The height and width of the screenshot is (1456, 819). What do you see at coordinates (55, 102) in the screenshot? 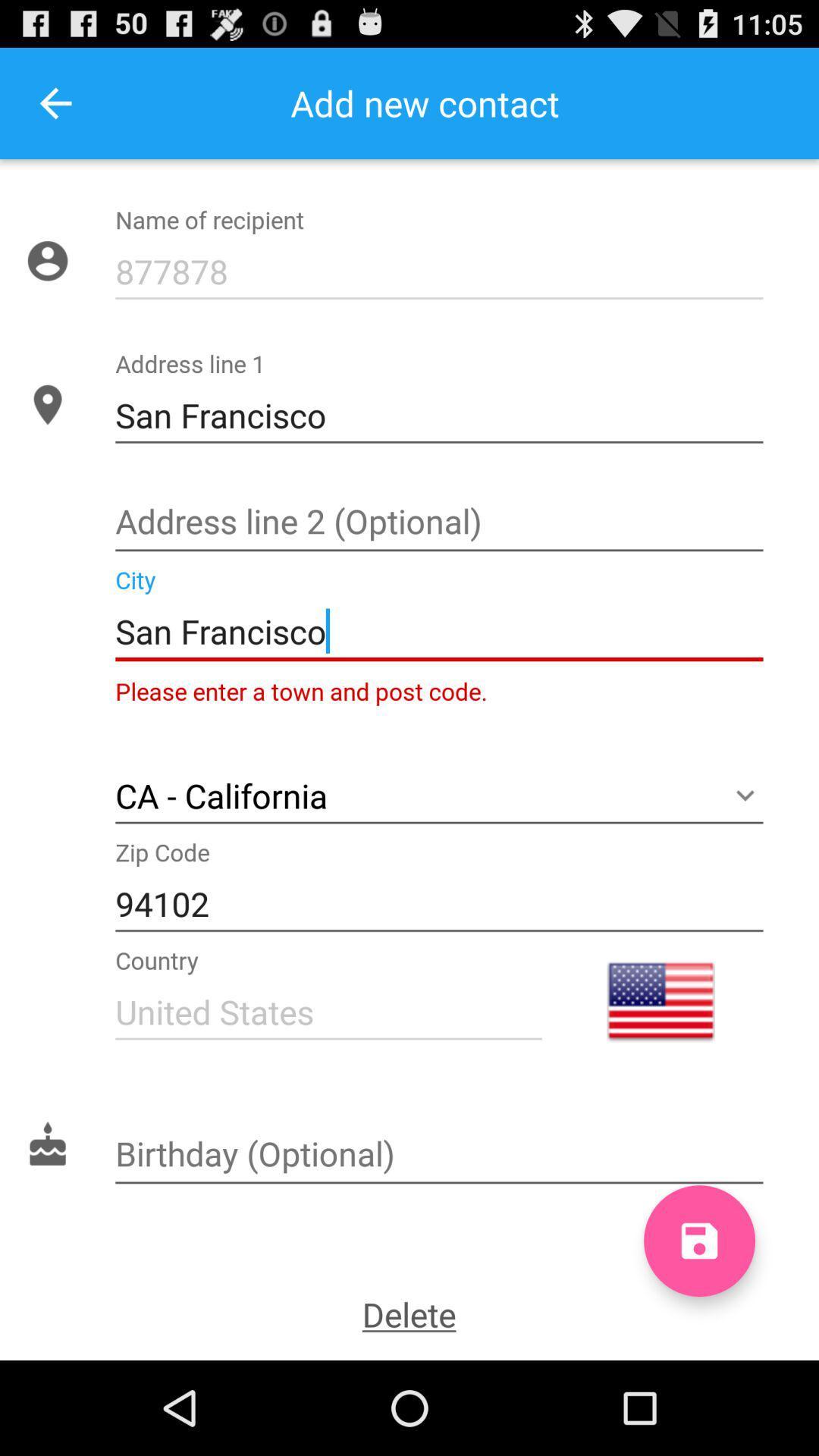
I see `go back` at bounding box center [55, 102].